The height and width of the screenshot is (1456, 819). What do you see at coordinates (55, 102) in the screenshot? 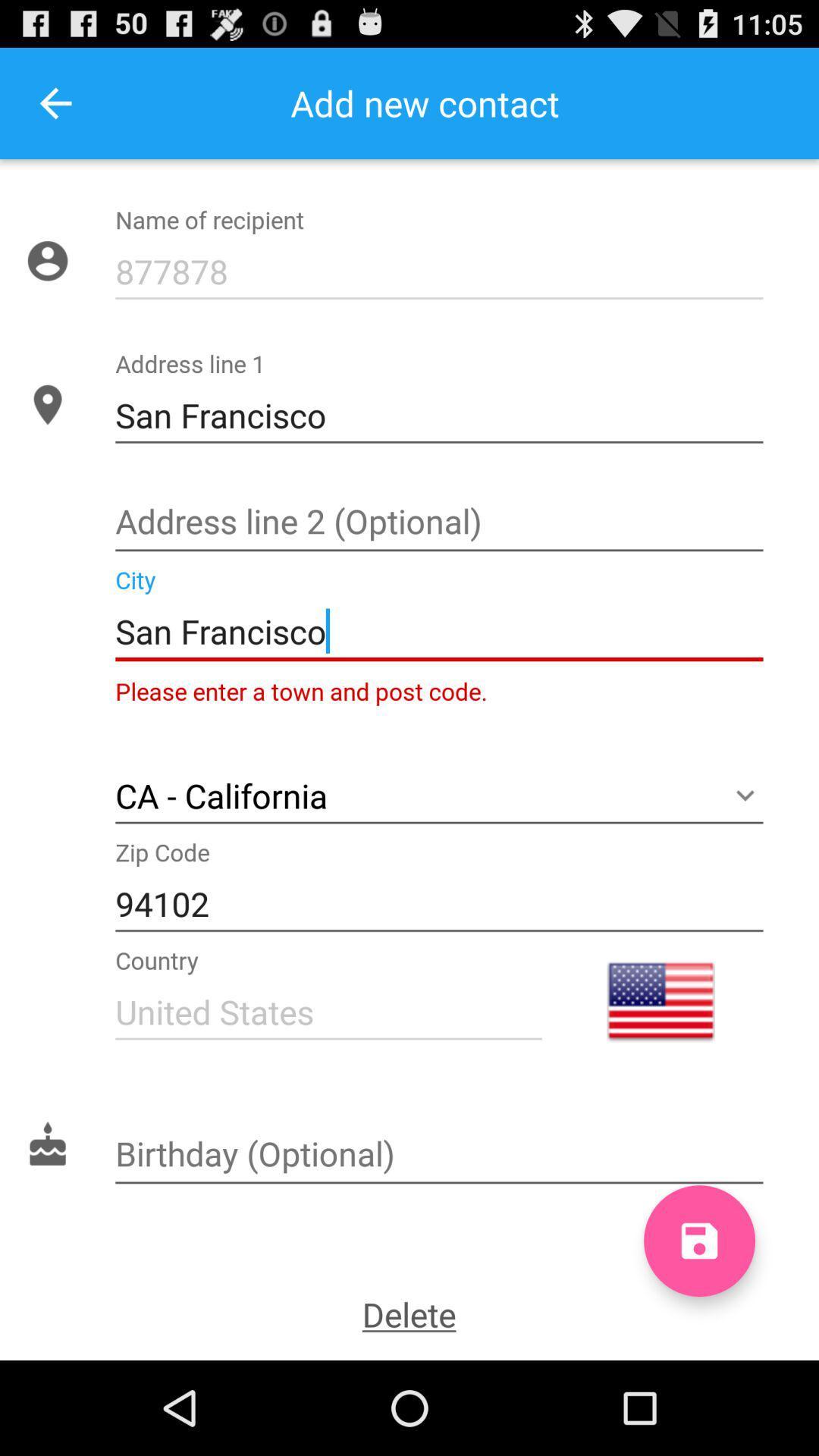
I see `go back` at bounding box center [55, 102].